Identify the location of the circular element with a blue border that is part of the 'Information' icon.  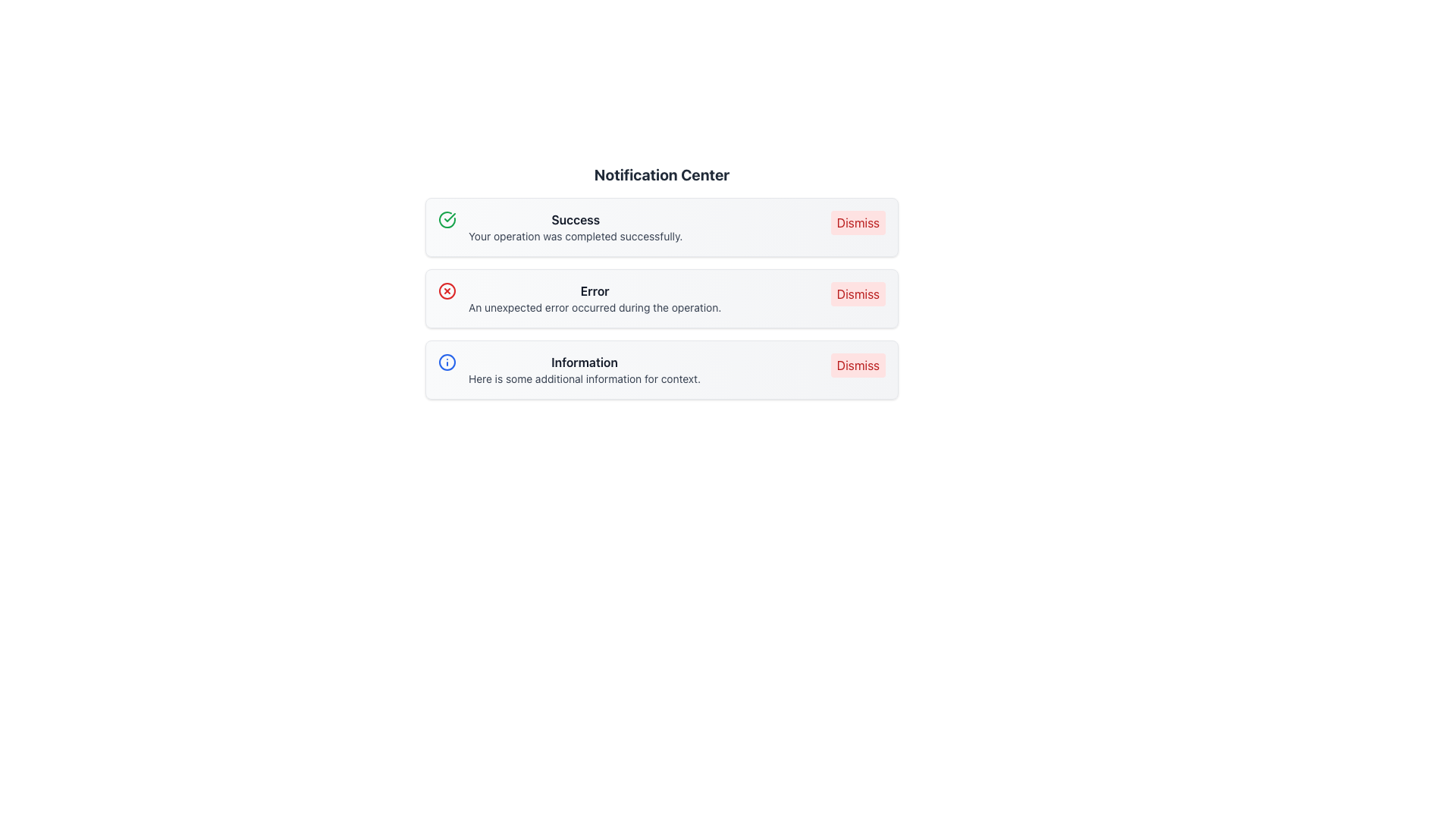
(447, 362).